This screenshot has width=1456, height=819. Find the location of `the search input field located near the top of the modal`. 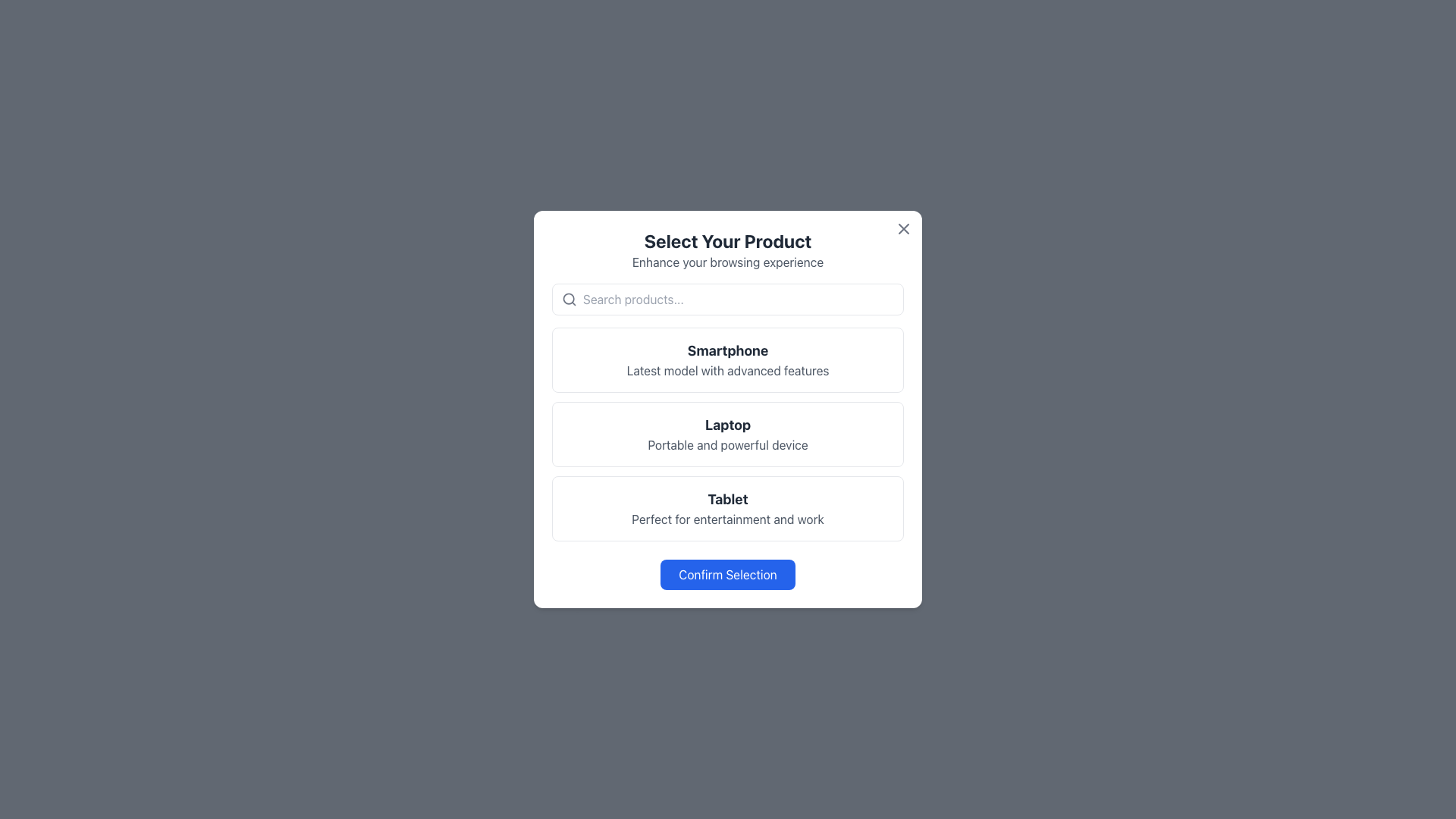

the search input field located near the top of the modal is located at coordinates (739, 299).